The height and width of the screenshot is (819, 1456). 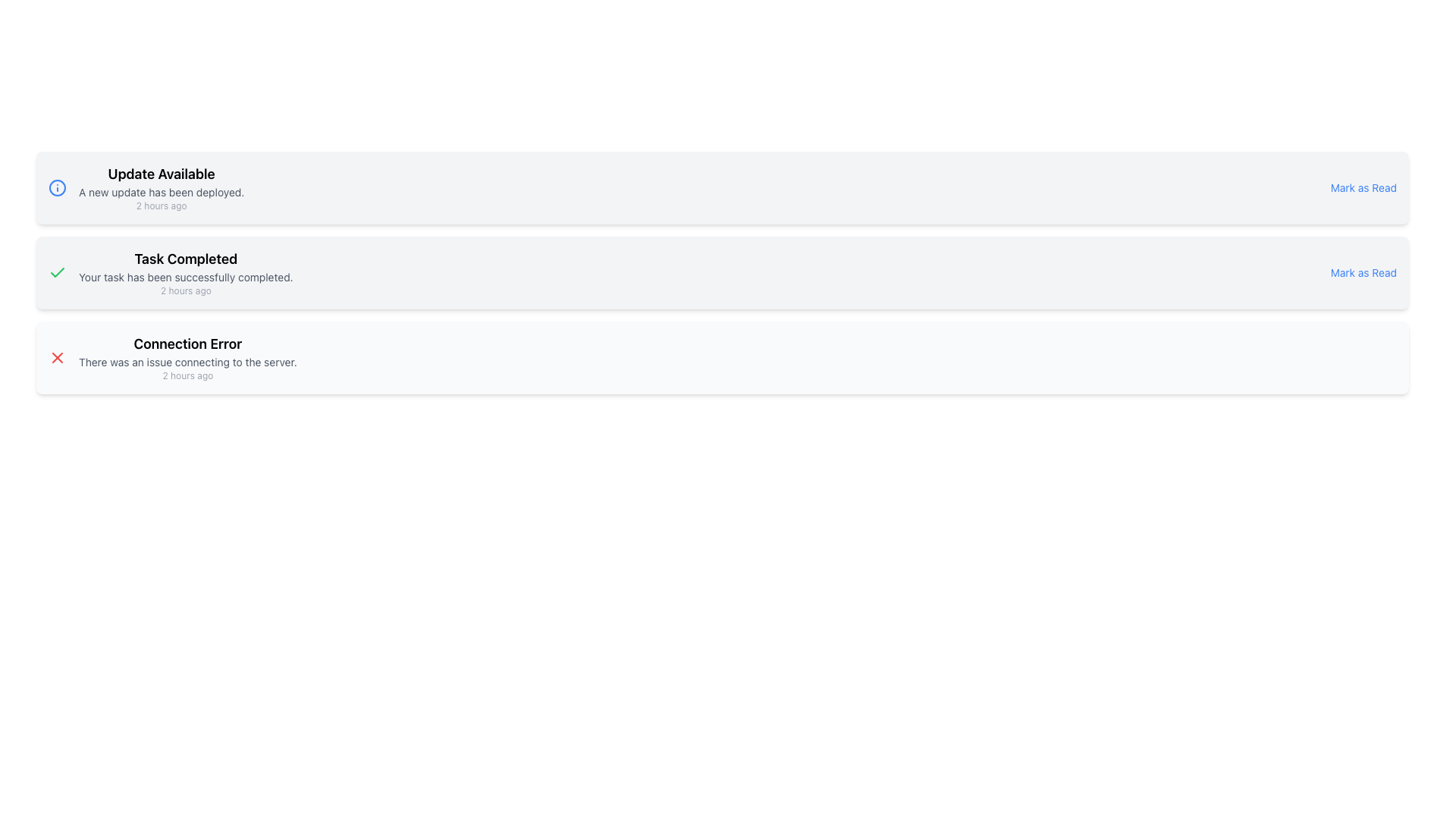 I want to click on the static text element that conveys additional details about the update in the notification block, located below the title 'Update Available', so click(x=162, y=192).